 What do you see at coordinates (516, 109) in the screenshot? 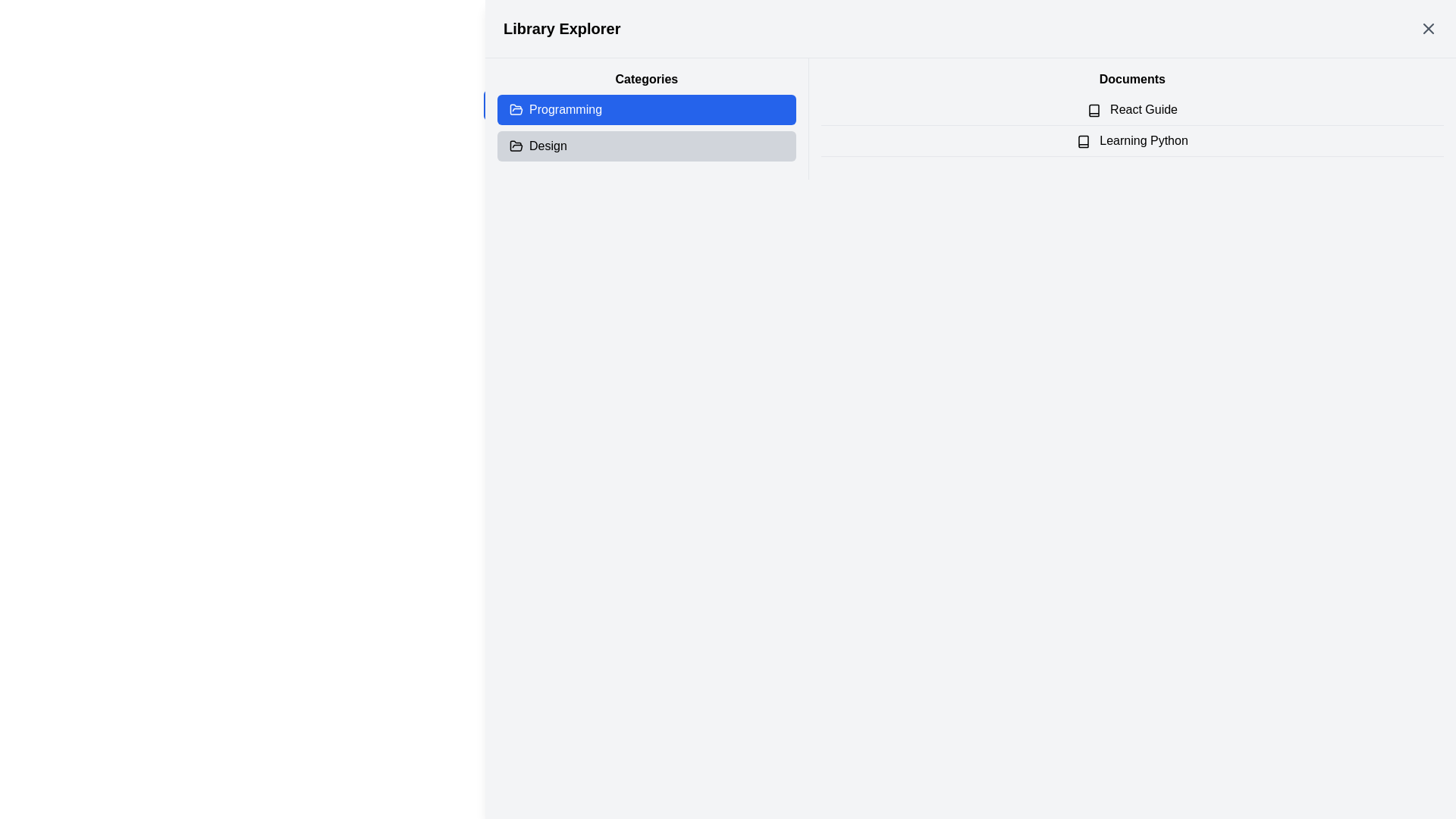
I see `the programming category icon located in the left sidebar under the 'Categories' section` at bounding box center [516, 109].